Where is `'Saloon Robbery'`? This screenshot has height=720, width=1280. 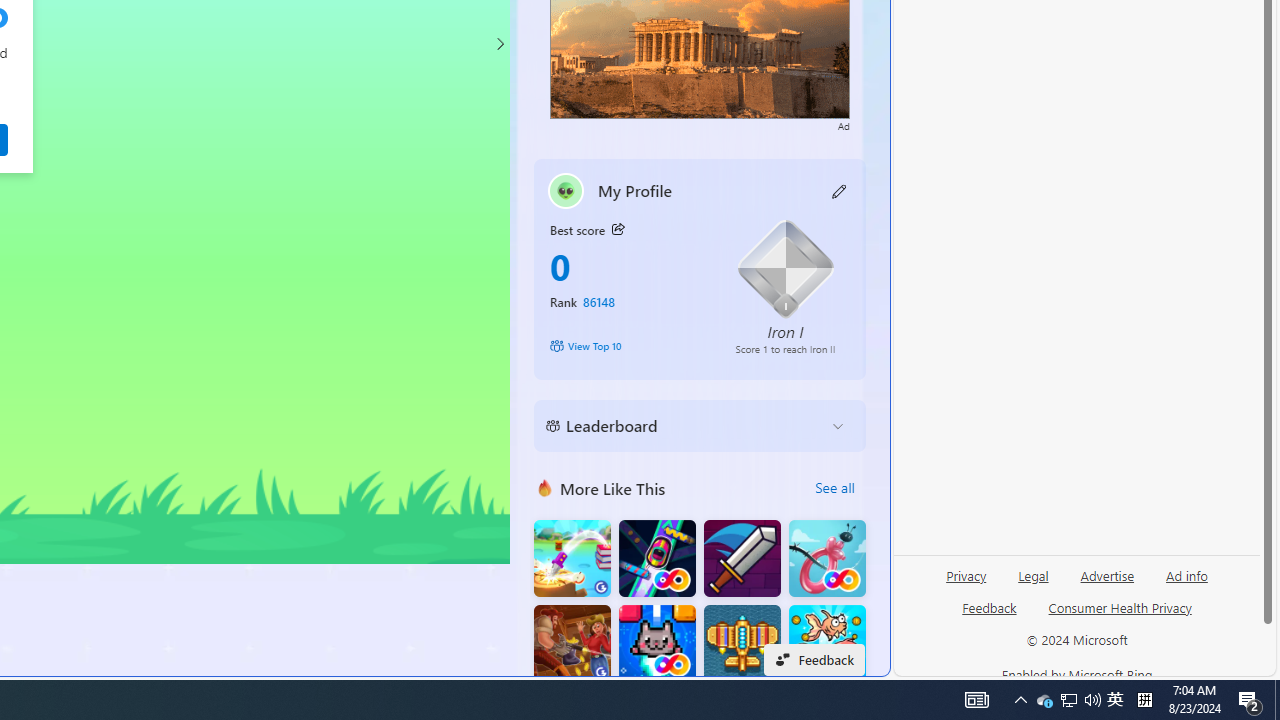 'Saloon Robbery' is located at coordinates (571, 643).